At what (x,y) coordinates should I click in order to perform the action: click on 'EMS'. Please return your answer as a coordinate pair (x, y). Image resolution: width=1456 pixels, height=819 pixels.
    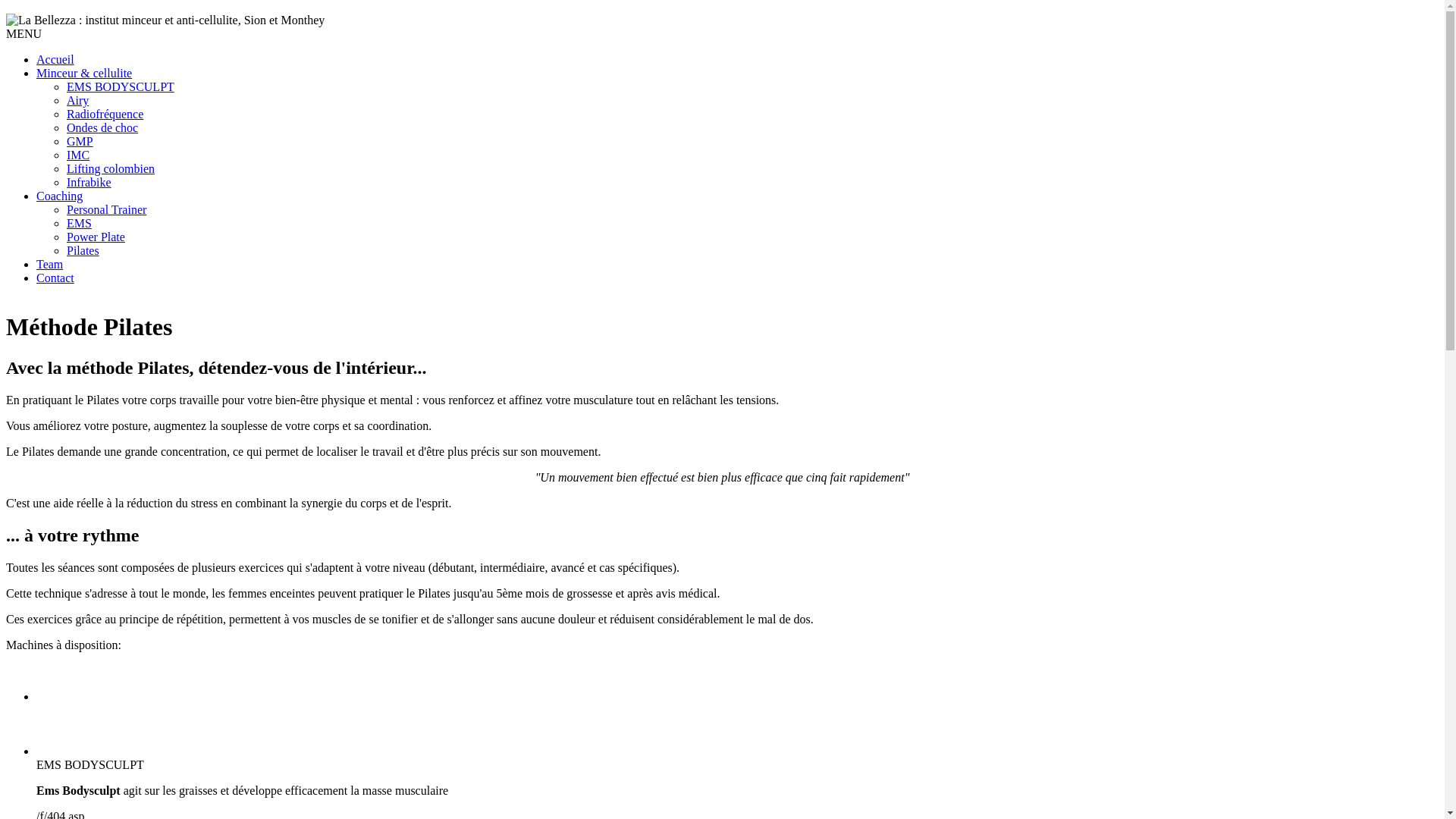
    Looking at the image, I should click on (65, 223).